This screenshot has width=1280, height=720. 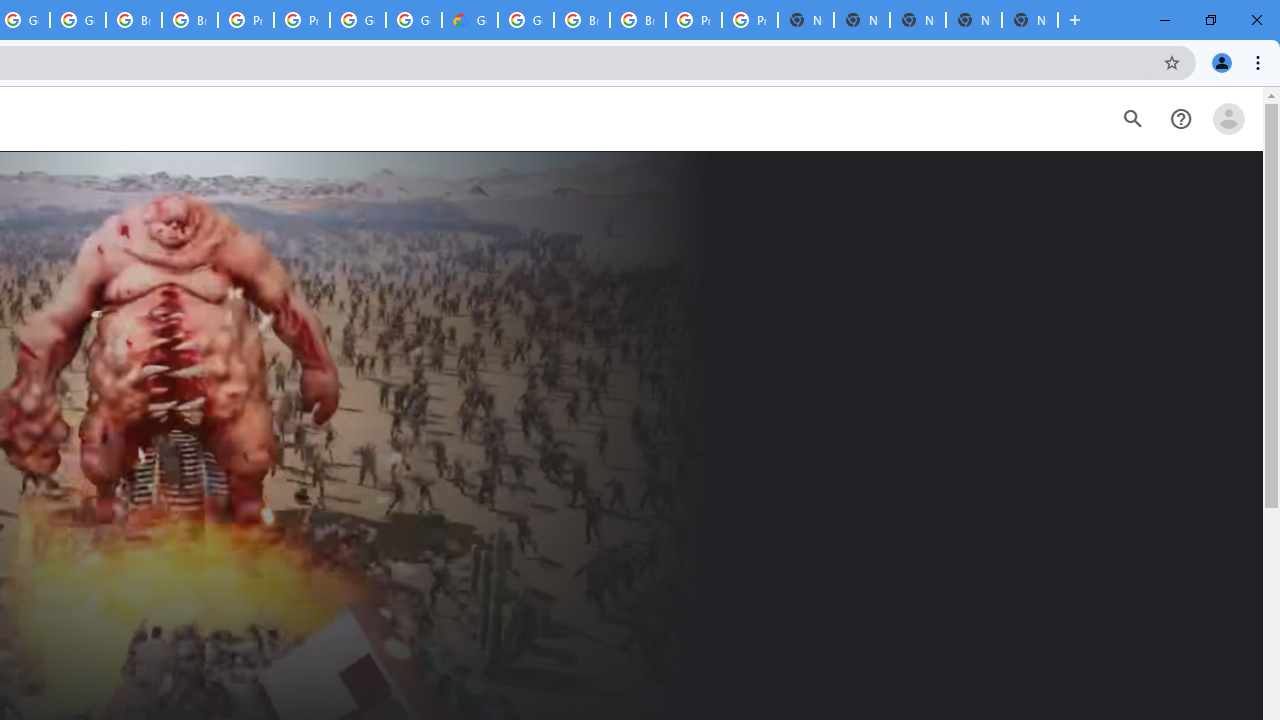 I want to click on 'Open account menu', so click(x=1227, y=119).